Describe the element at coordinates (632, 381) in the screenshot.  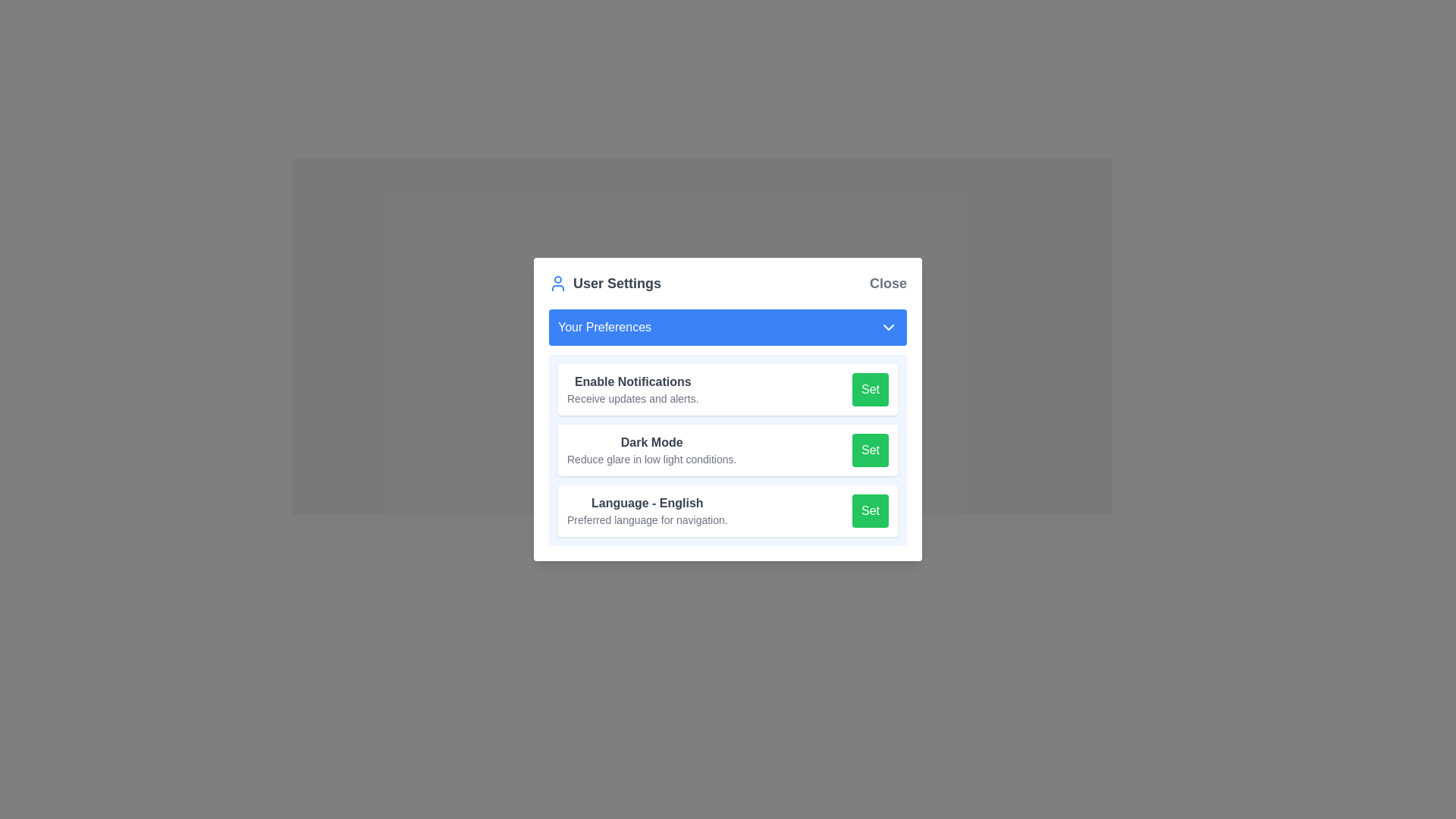
I see `the 'Enable Notifications' label, which is styled in bold dark gray text within the 'Your Preferences' section of the settings interface` at that location.